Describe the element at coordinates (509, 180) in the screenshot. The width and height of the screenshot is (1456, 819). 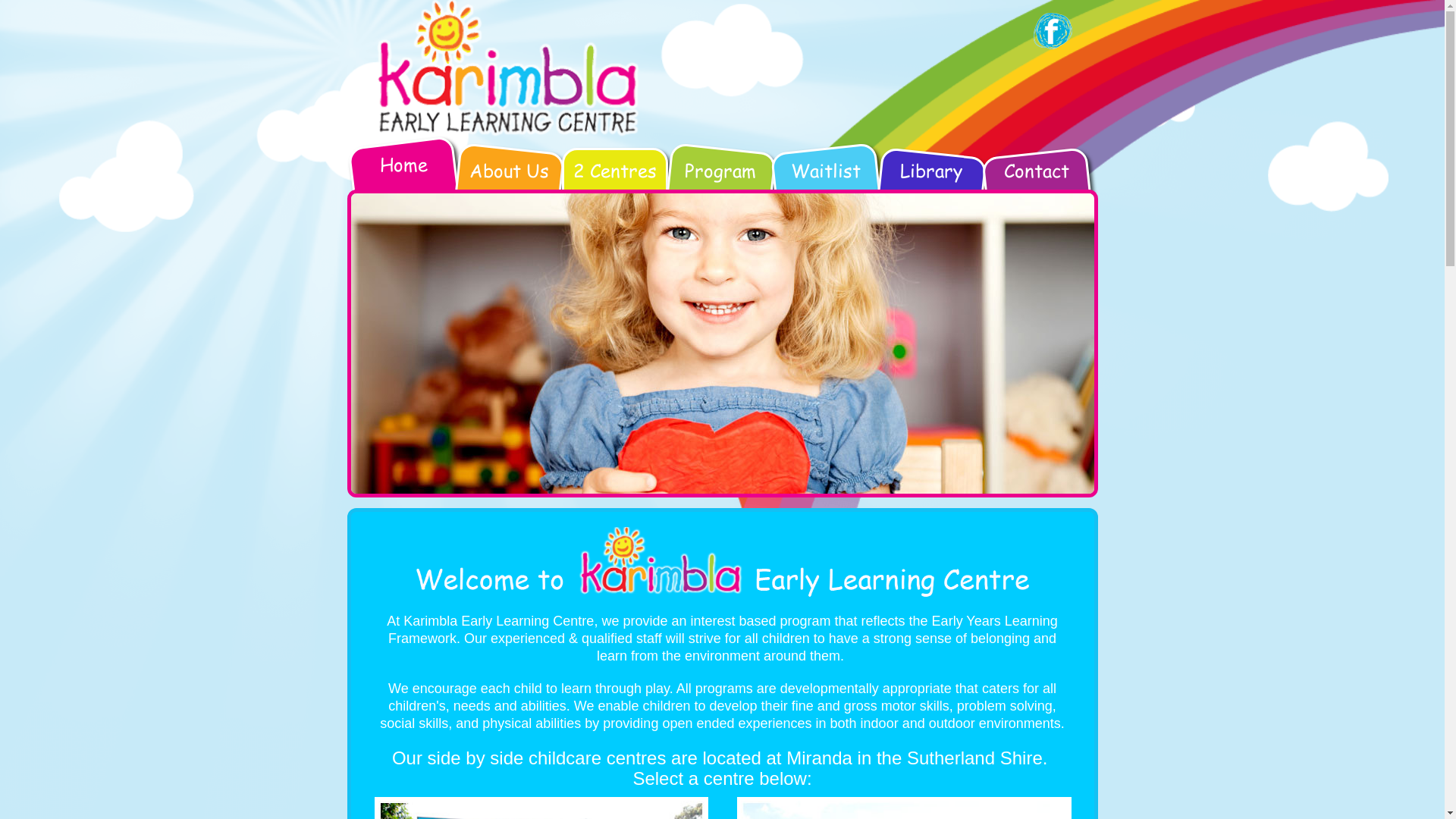
I see `'About Us'` at that location.